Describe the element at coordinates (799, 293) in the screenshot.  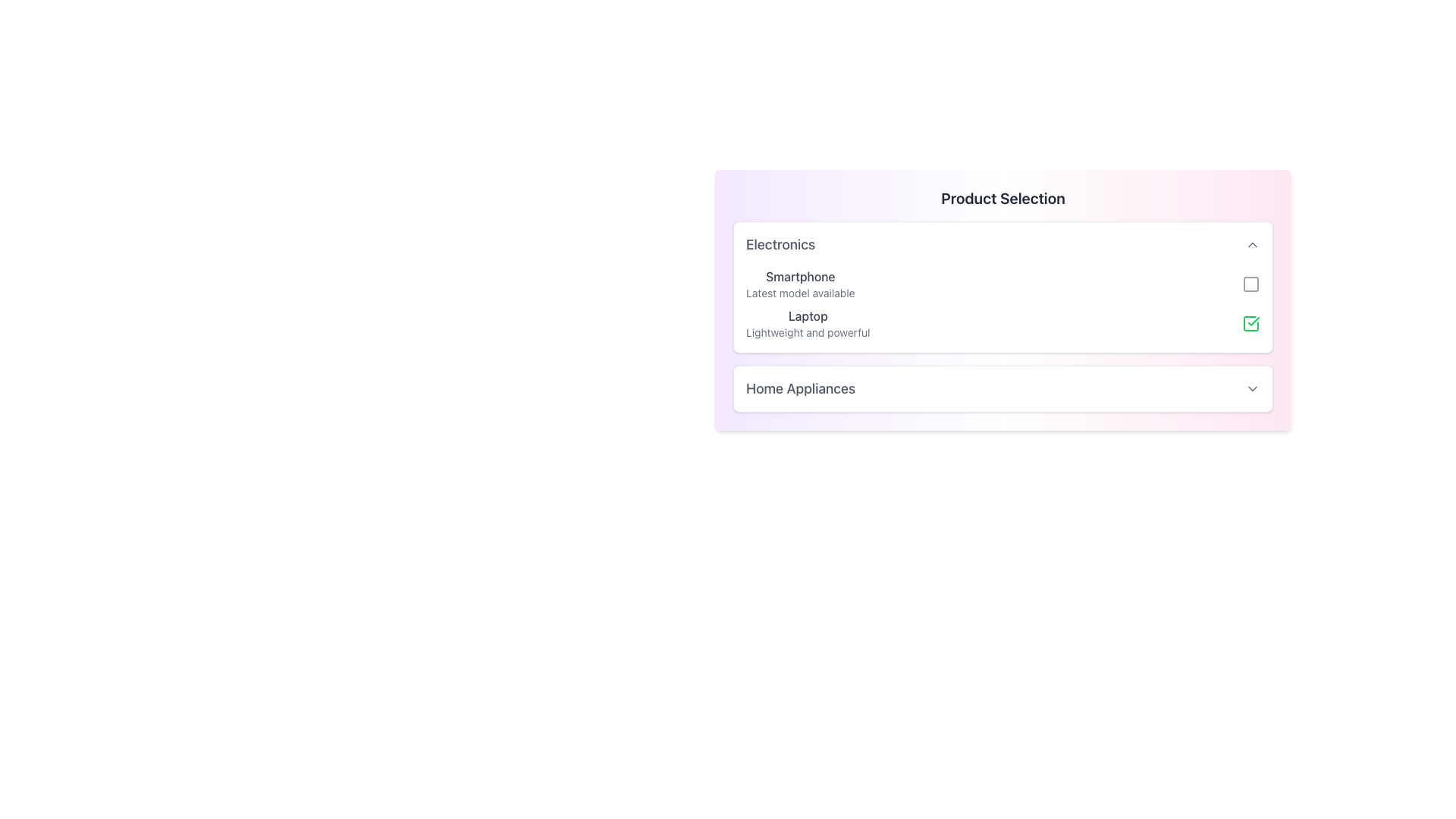
I see `the text label displaying 'Latest model available', which is positioned below 'Smartphone' in the 'Electronics' section` at that location.